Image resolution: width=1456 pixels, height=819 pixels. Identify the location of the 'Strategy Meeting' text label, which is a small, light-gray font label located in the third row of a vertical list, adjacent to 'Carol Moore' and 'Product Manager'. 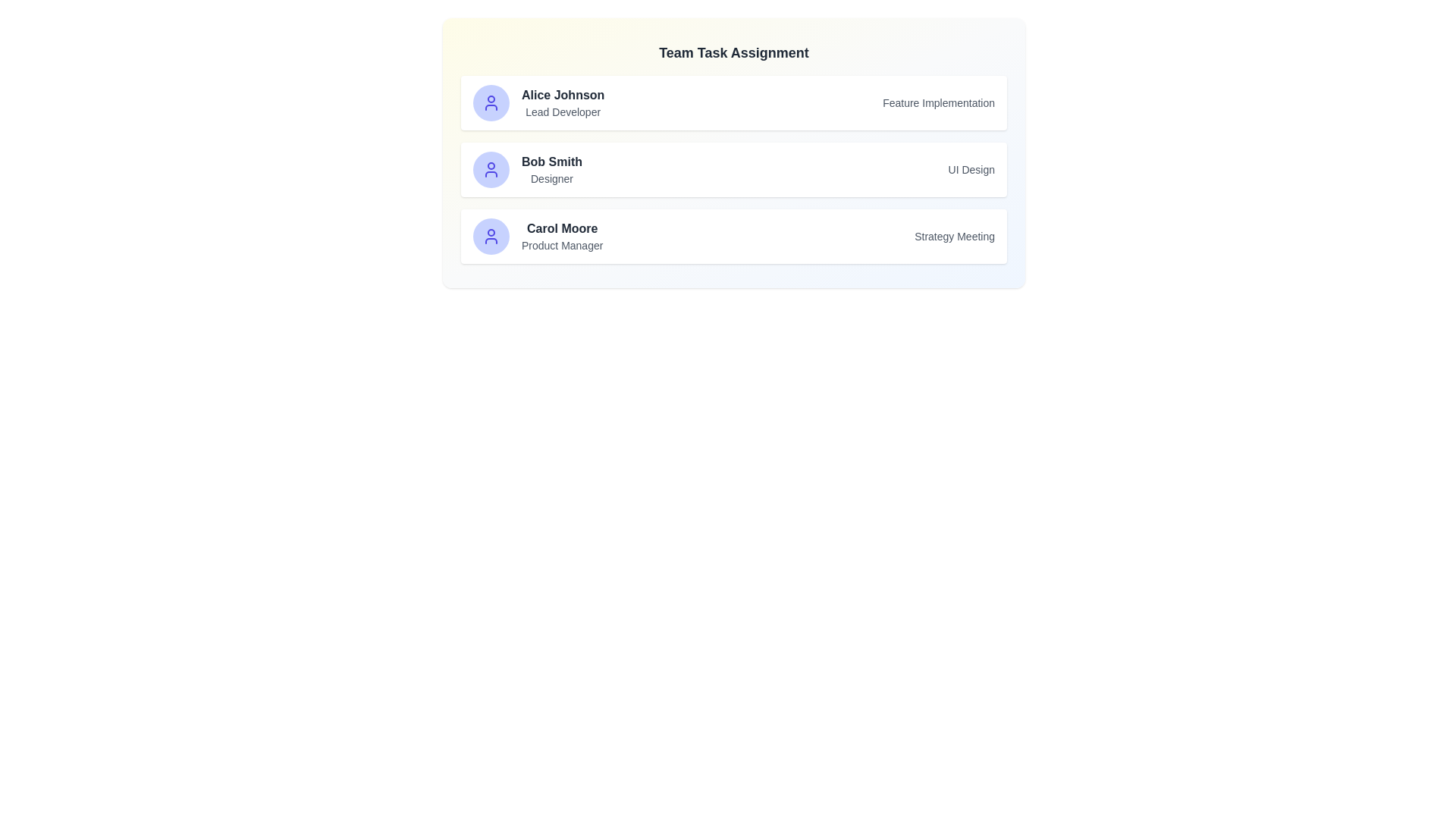
(954, 237).